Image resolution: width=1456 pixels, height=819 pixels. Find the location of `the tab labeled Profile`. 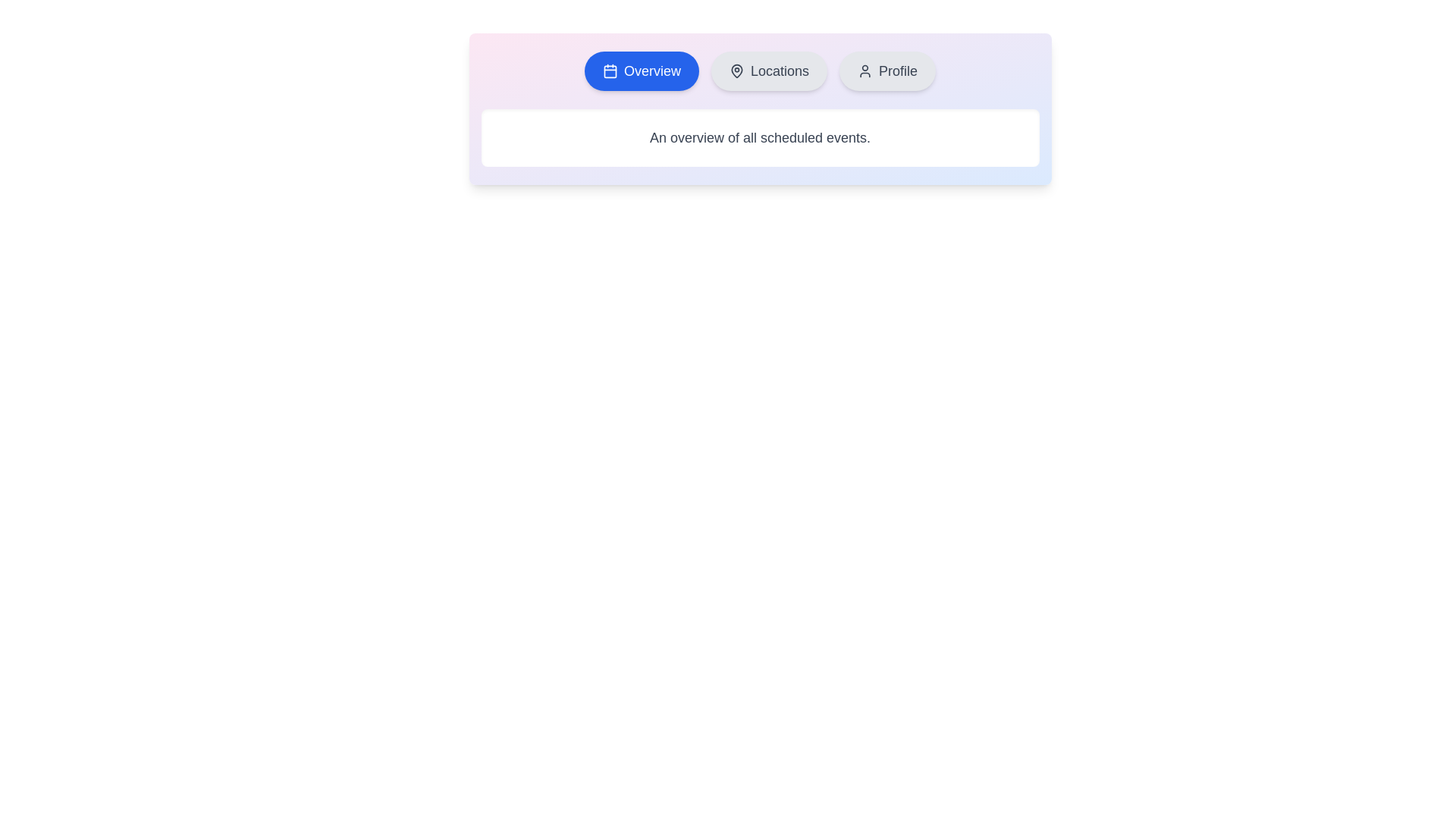

the tab labeled Profile is located at coordinates (887, 71).